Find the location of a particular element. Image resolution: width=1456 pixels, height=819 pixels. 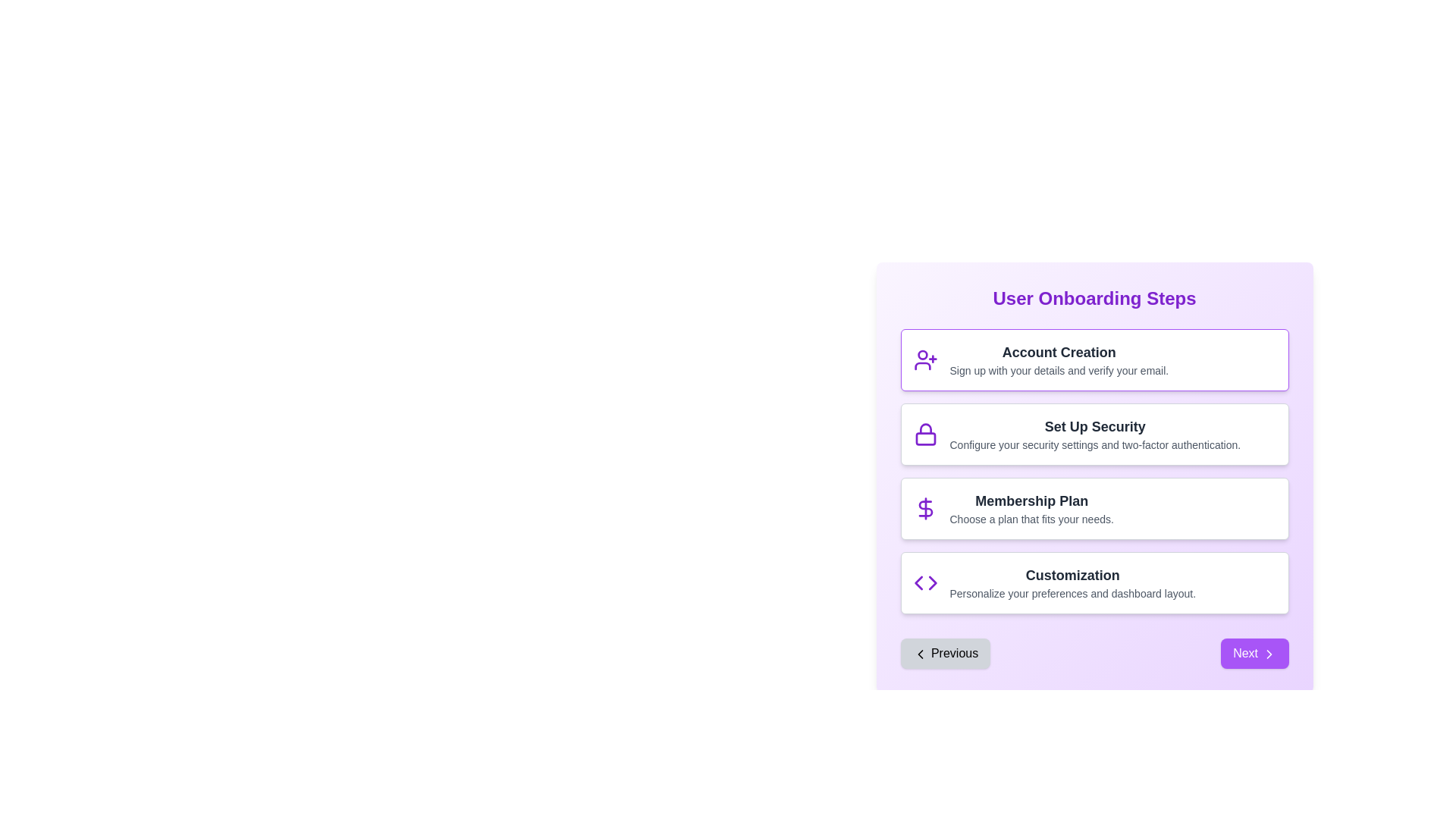

the SVG icon representing coding brackets '<>' styled in purple, which is located in the left portion of the 'Customization' card, the last card in the vertical onboarding steps list is located at coordinates (924, 582).